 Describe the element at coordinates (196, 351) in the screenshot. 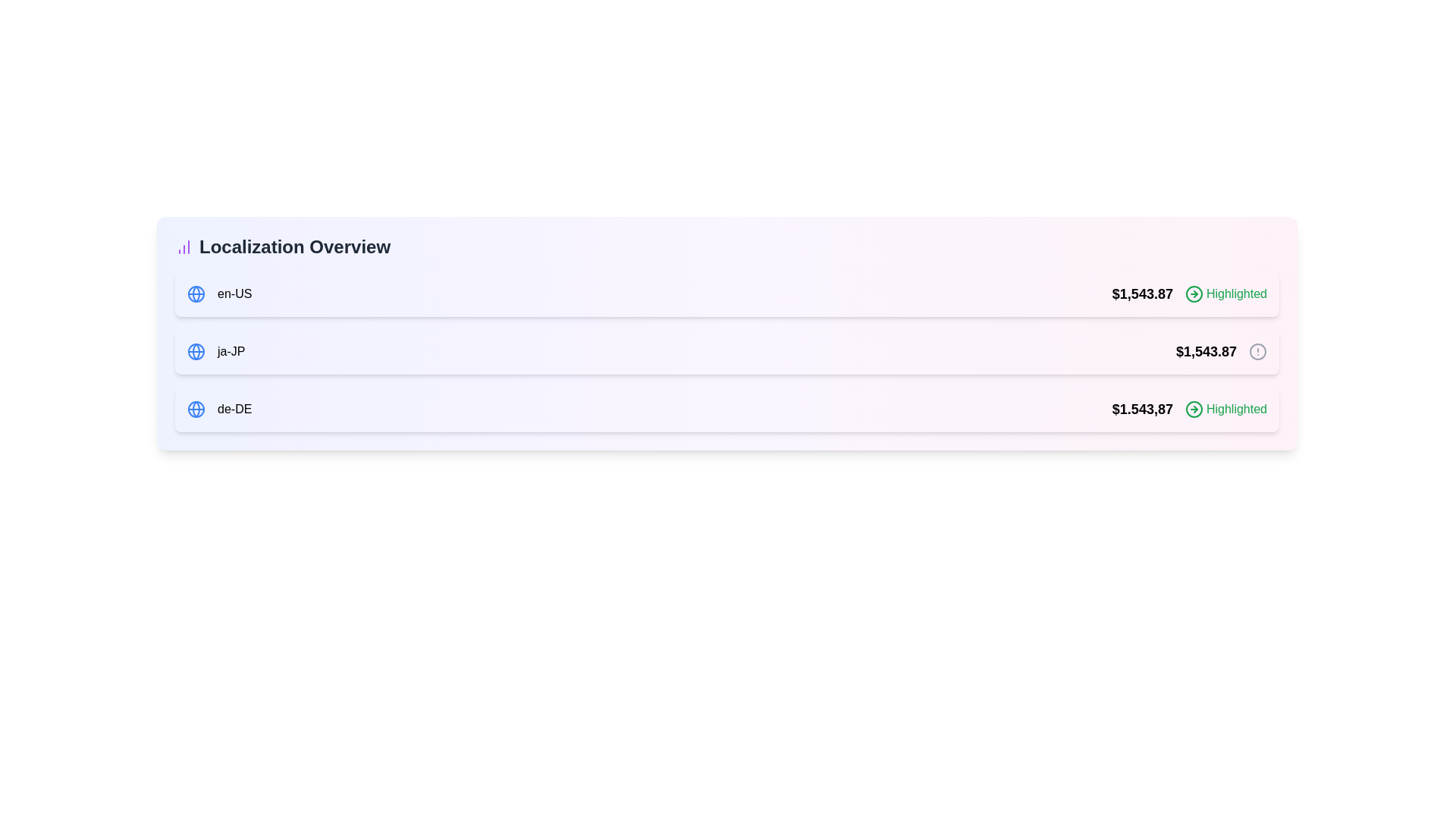

I see `the language icon representing 'ja-JP'` at that location.